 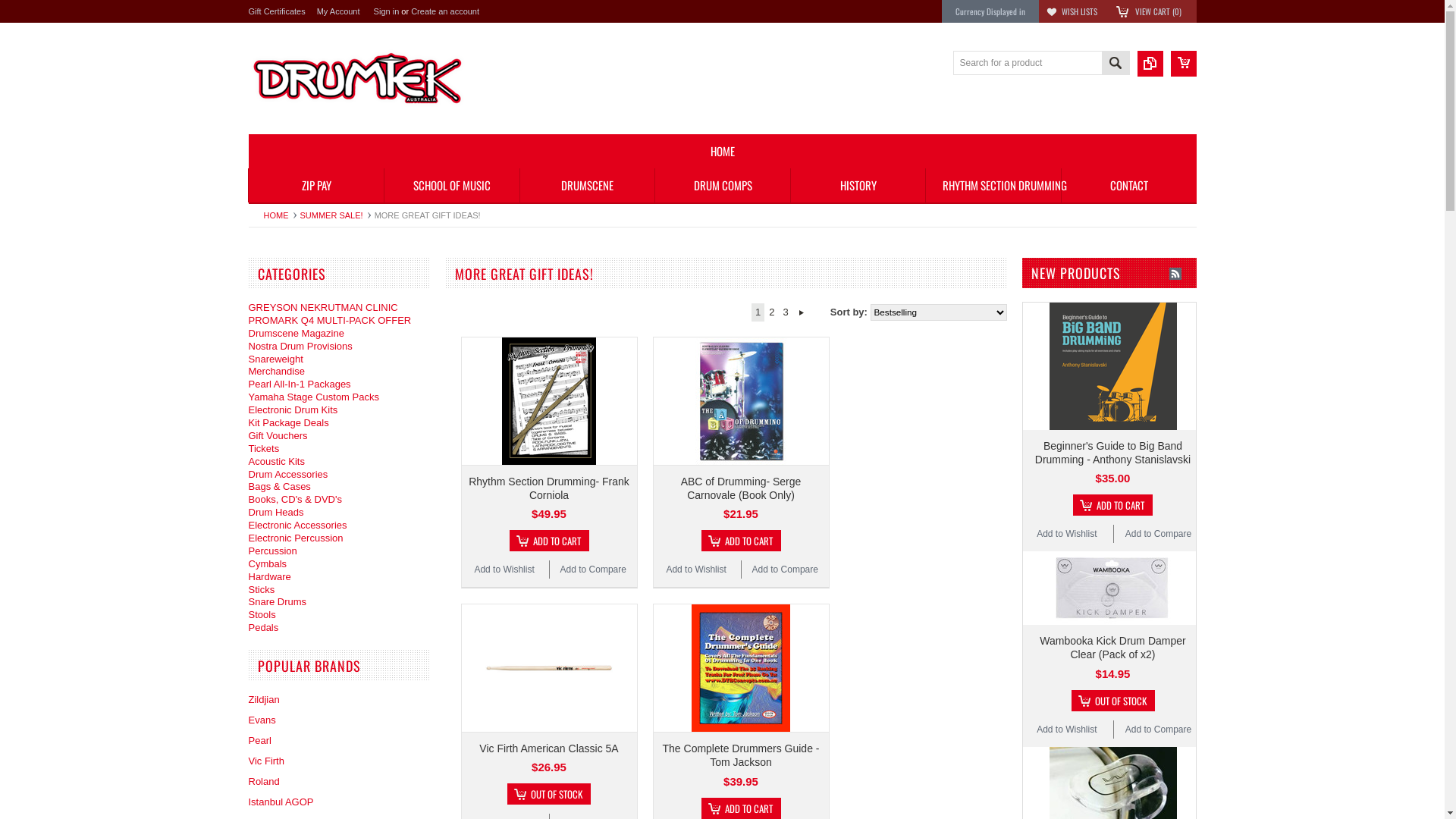 I want to click on 'Books, CD's & DVD's', so click(x=295, y=499).